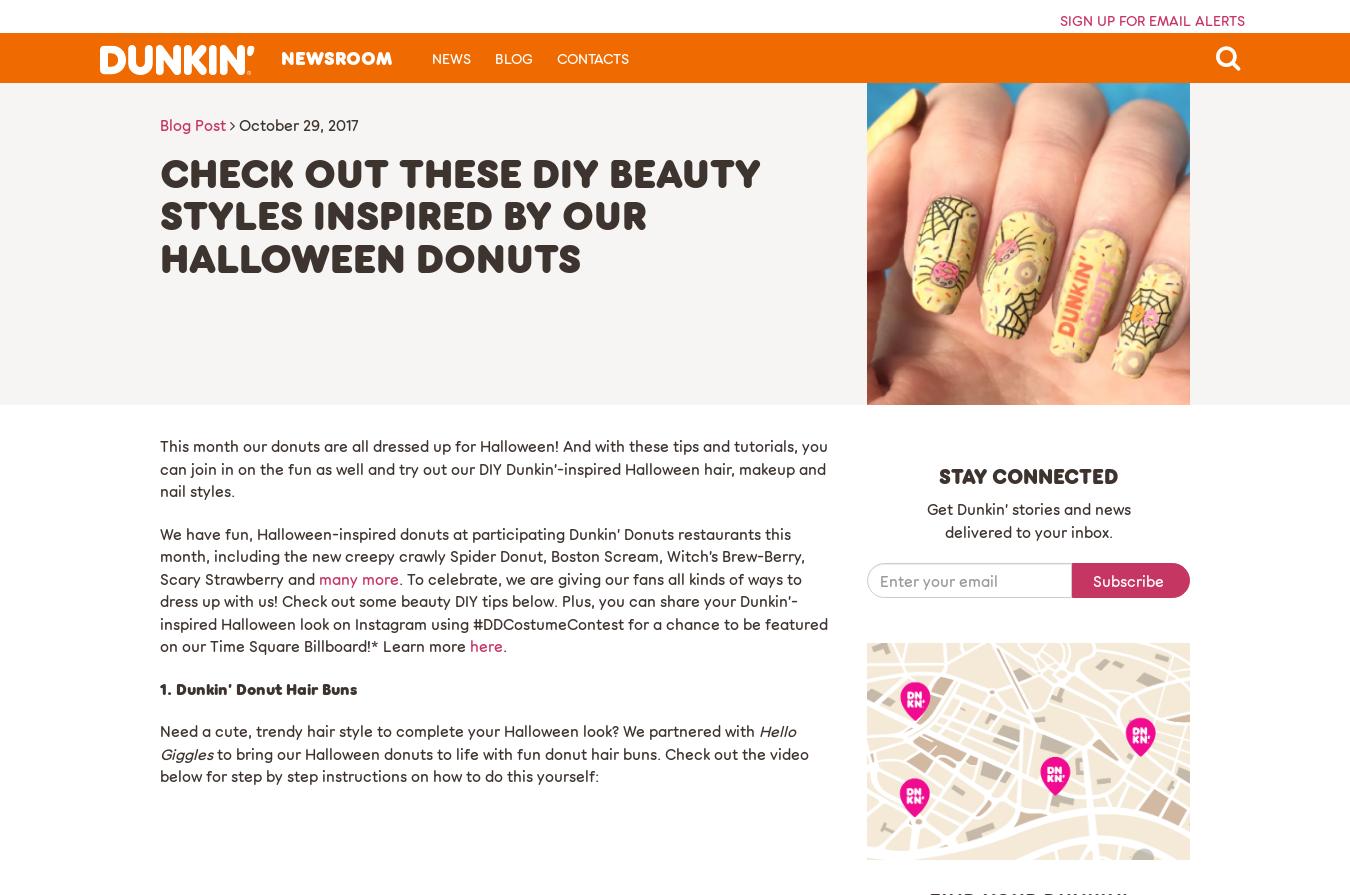 Image resolution: width=1350 pixels, height=895 pixels. What do you see at coordinates (159, 730) in the screenshot?
I see `'Need a cute, trendy hair style to complete your Halloween look? We partnered with'` at bounding box center [159, 730].